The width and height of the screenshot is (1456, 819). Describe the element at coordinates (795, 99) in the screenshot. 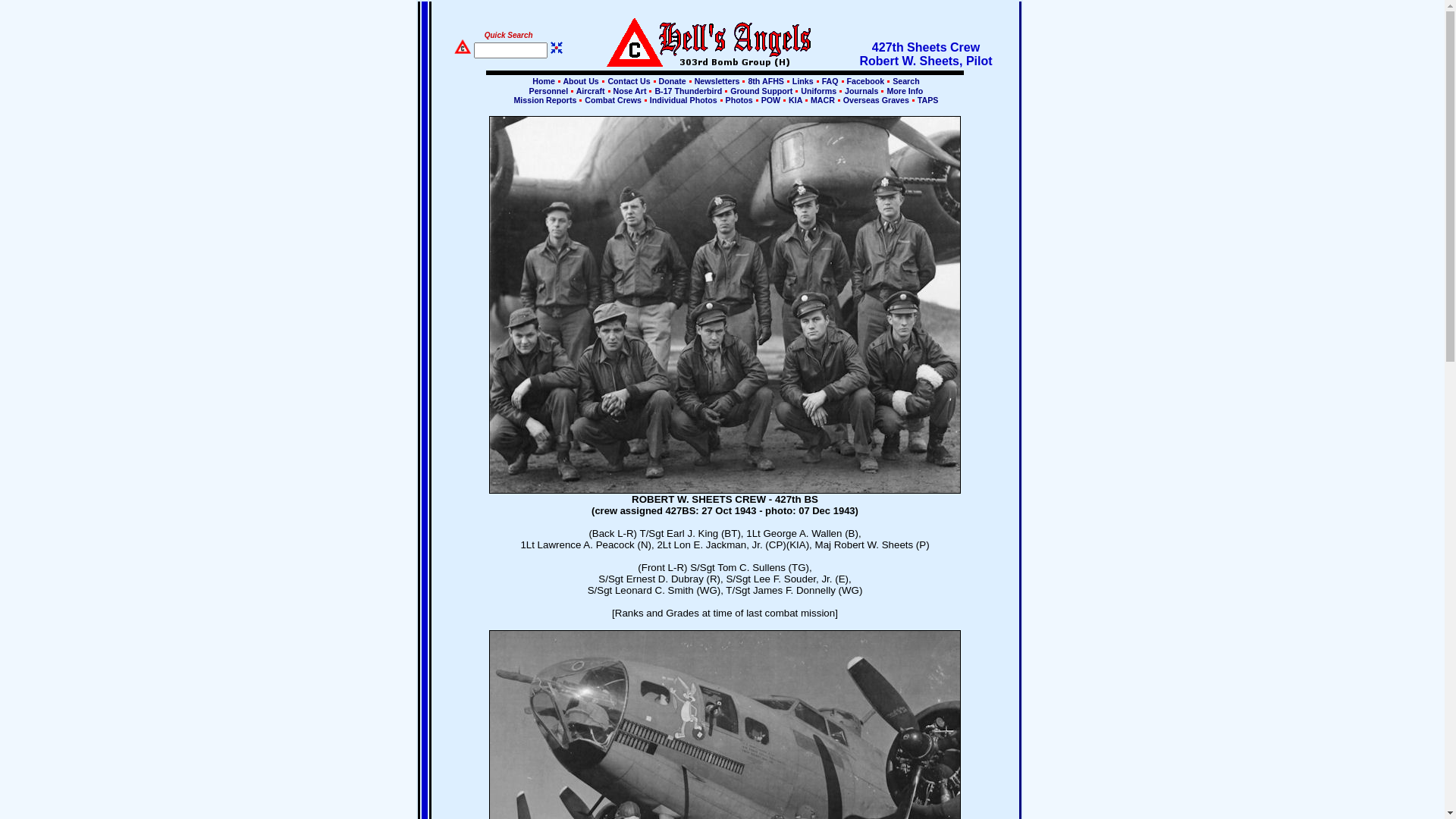

I see `'KIA'` at that location.